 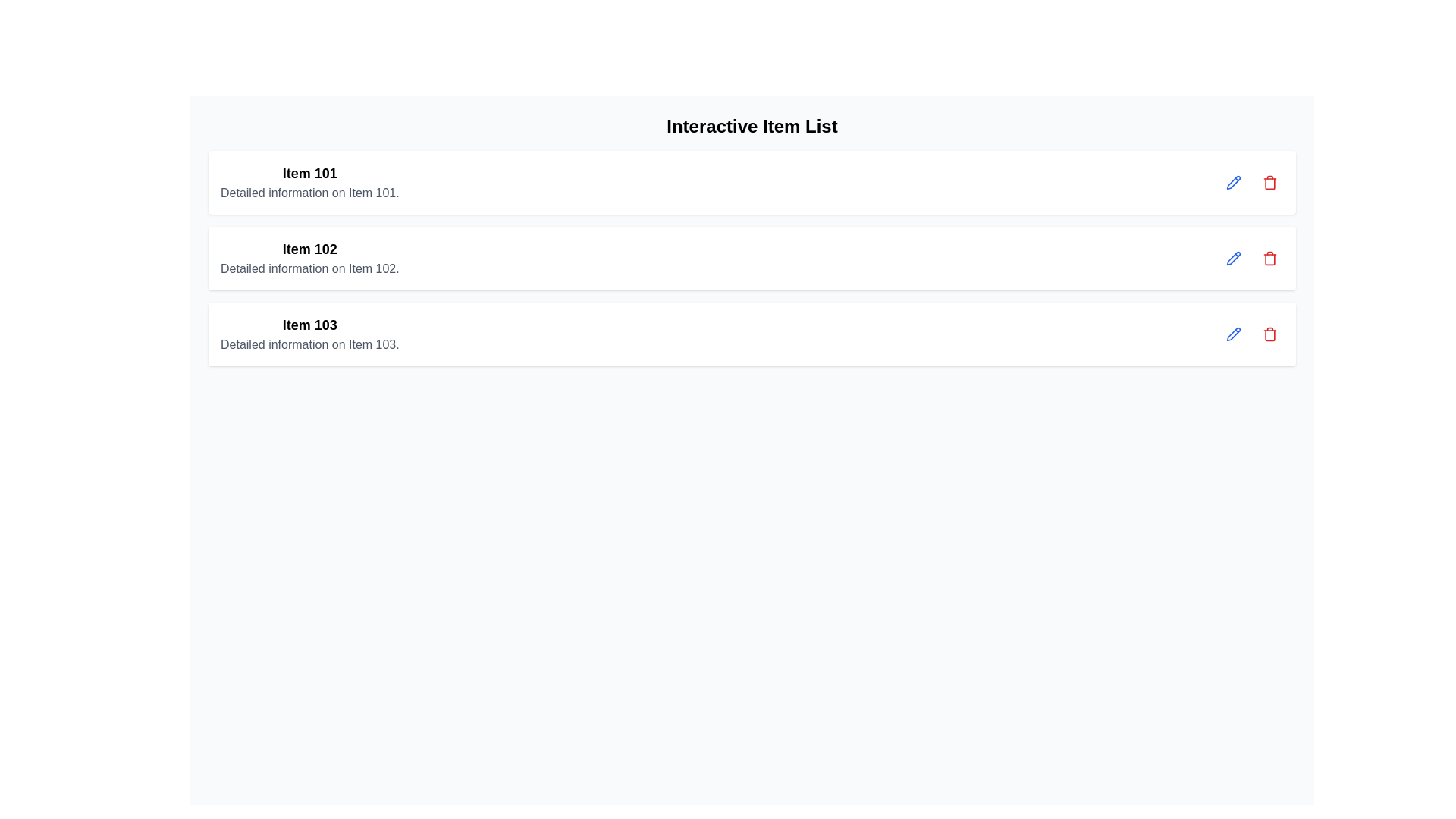 I want to click on the gray text label displaying 'Detailed information on Item 101', located beneath the heading 'Item 101', so click(x=309, y=192).